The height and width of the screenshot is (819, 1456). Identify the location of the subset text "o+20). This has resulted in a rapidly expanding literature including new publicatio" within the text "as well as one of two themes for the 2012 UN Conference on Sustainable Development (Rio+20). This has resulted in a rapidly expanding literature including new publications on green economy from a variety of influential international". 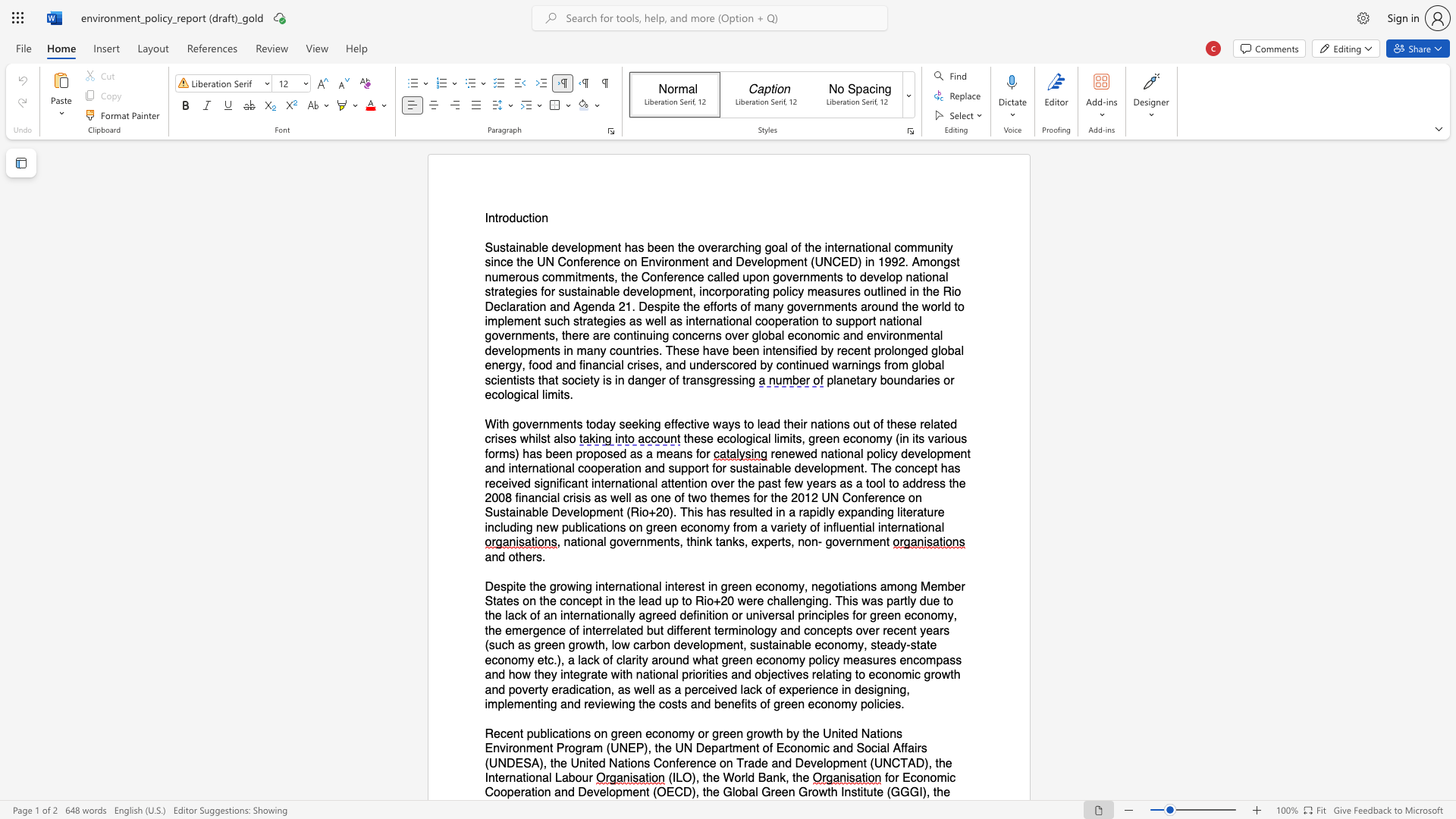
(642, 512).